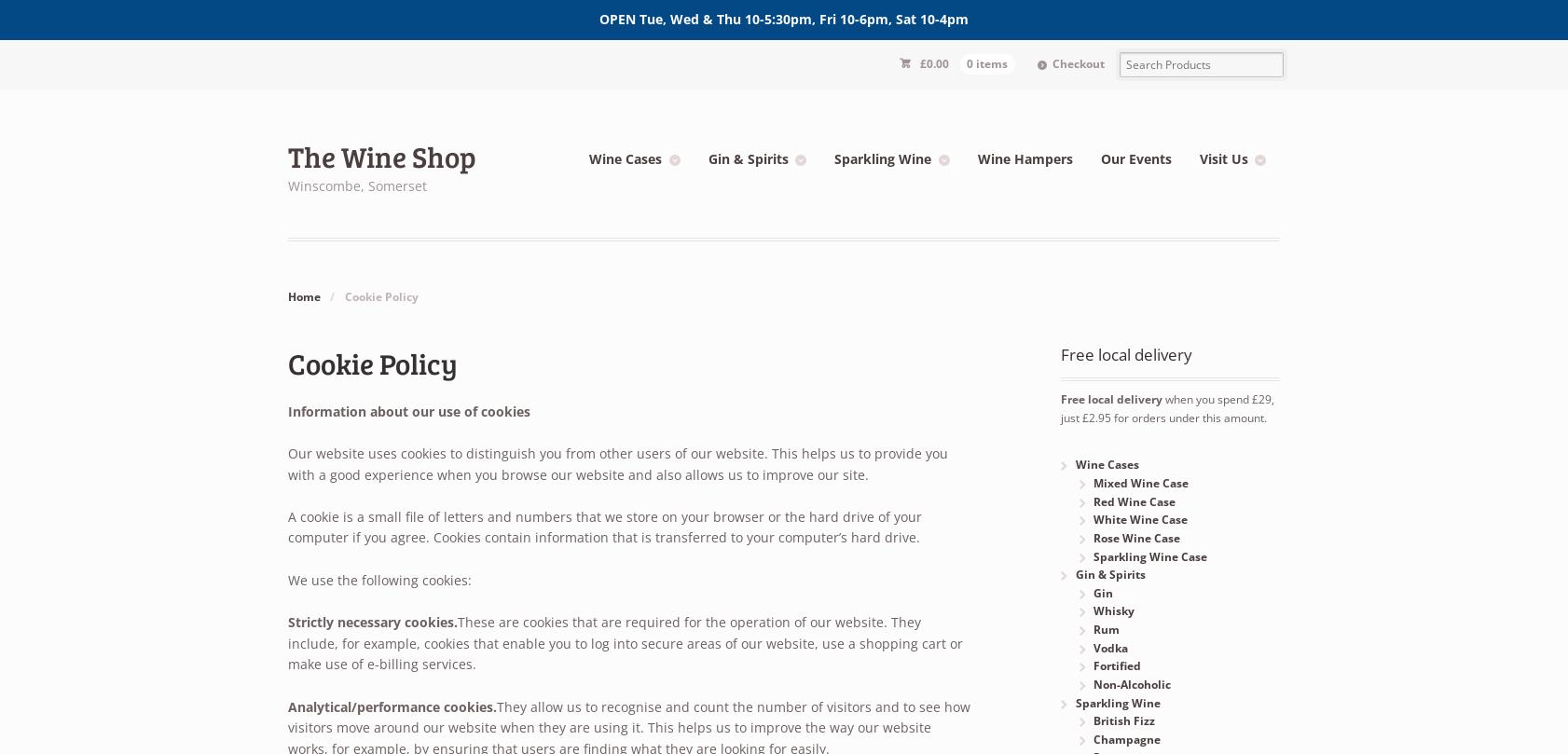 The image size is (1568, 754). I want to click on 'Sparkling Wine Case', so click(1092, 555).